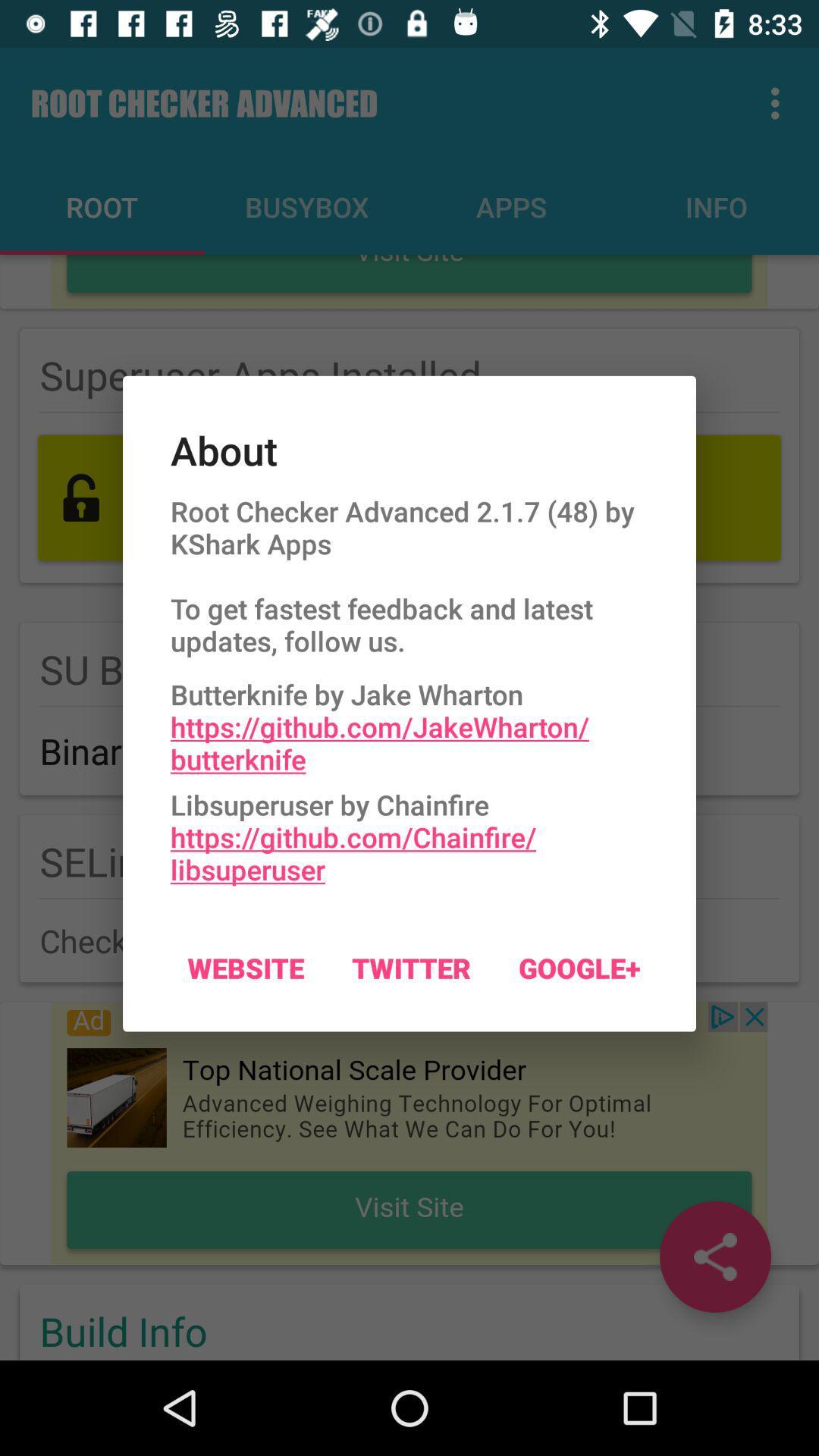  What do you see at coordinates (409, 722) in the screenshot?
I see `the icon above libsuperuser by chainfire item` at bounding box center [409, 722].